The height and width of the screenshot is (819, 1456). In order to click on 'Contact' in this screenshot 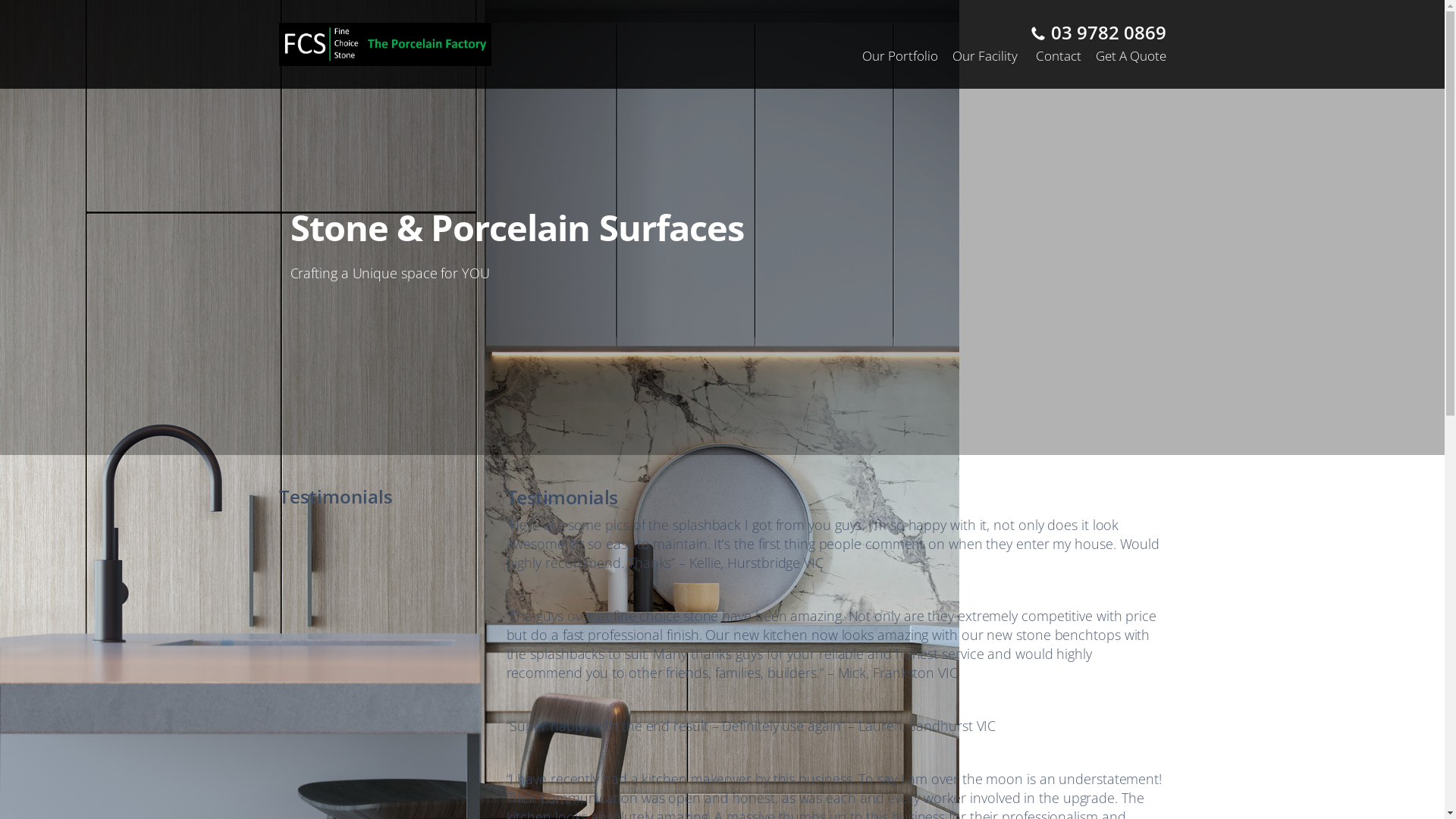, I will do `click(1058, 55)`.